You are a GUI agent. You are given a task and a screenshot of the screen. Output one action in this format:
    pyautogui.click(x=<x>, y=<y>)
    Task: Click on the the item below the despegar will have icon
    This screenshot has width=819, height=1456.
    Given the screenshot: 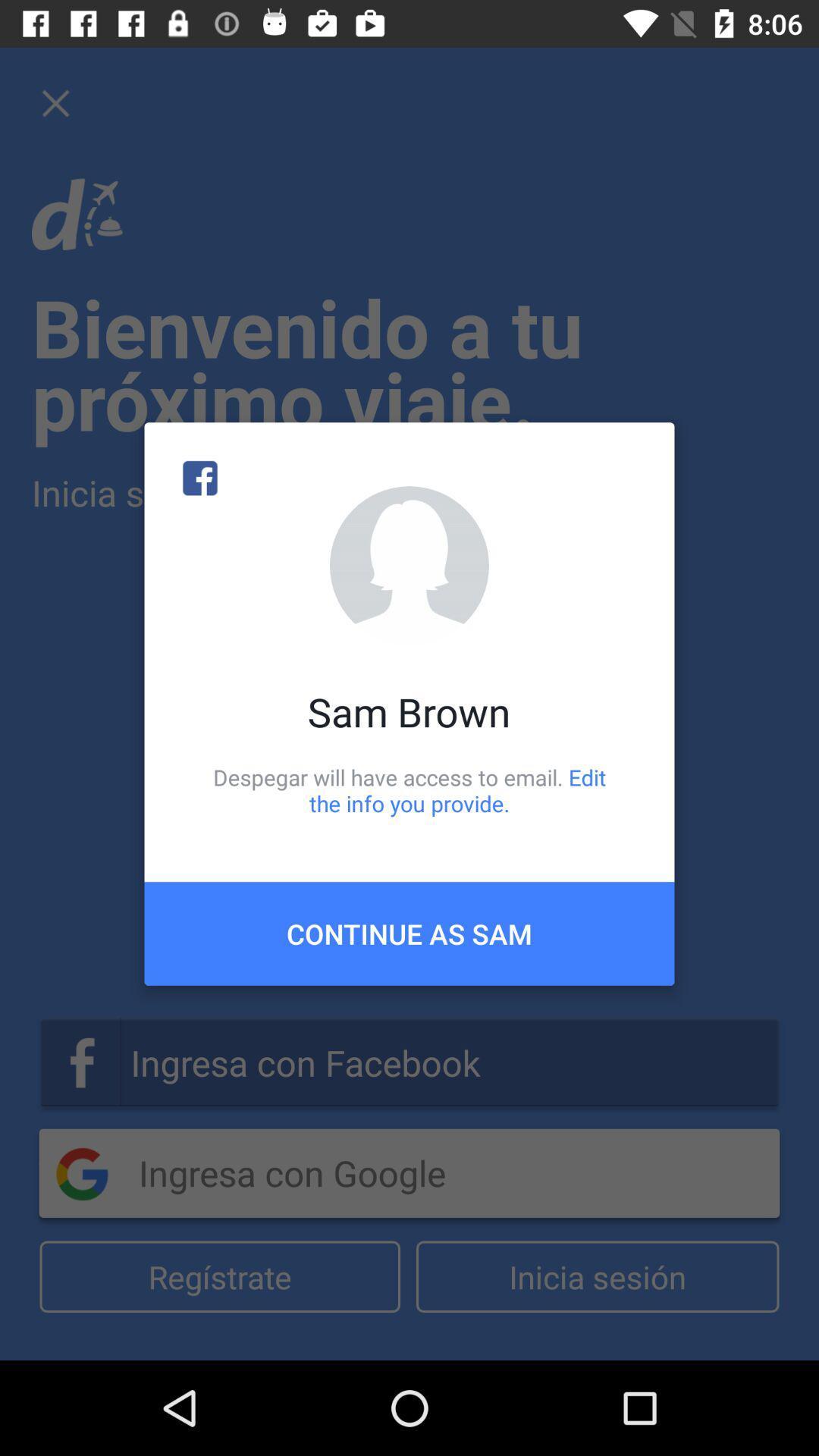 What is the action you would take?
    pyautogui.click(x=409, y=933)
    